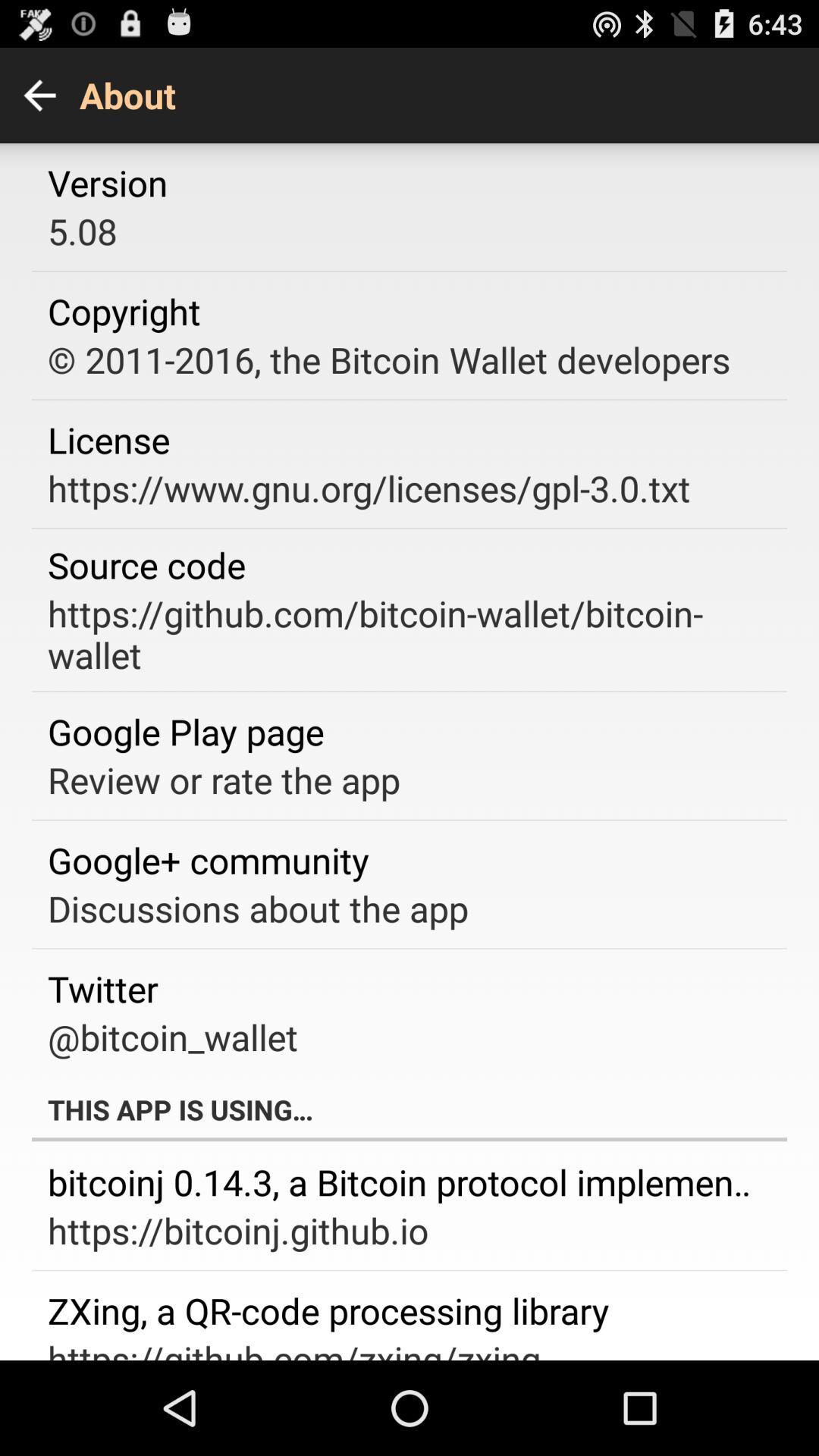  What do you see at coordinates (257, 908) in the screenshot?
I see `the discussions about the` at bounding box center [257, 908].